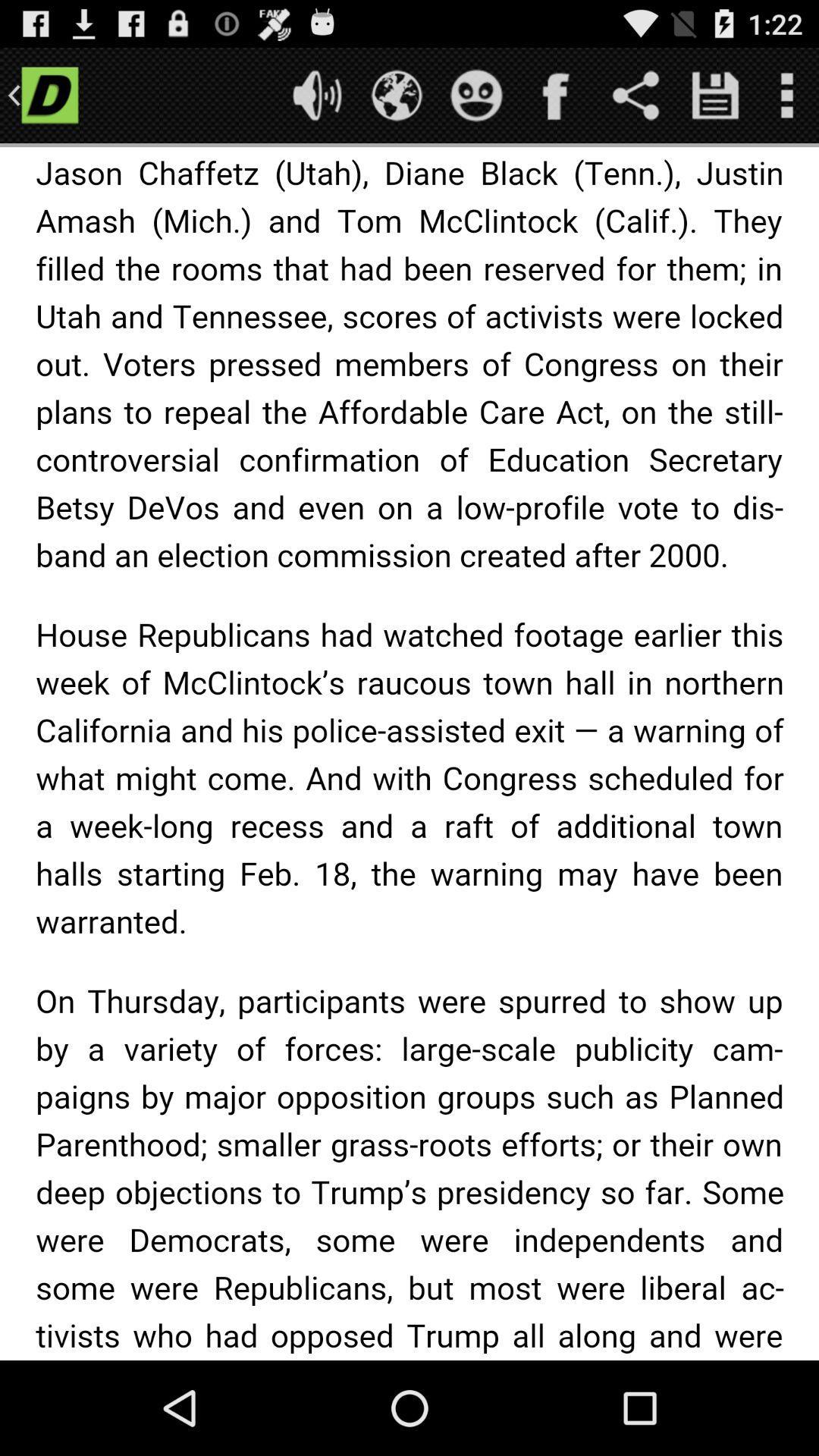 The height and width of the screenshot is (1456, 819). What do you see at coordinates (316, 94) in the screenshot?
I see `change volume settings` at bounding box center [316, 94].